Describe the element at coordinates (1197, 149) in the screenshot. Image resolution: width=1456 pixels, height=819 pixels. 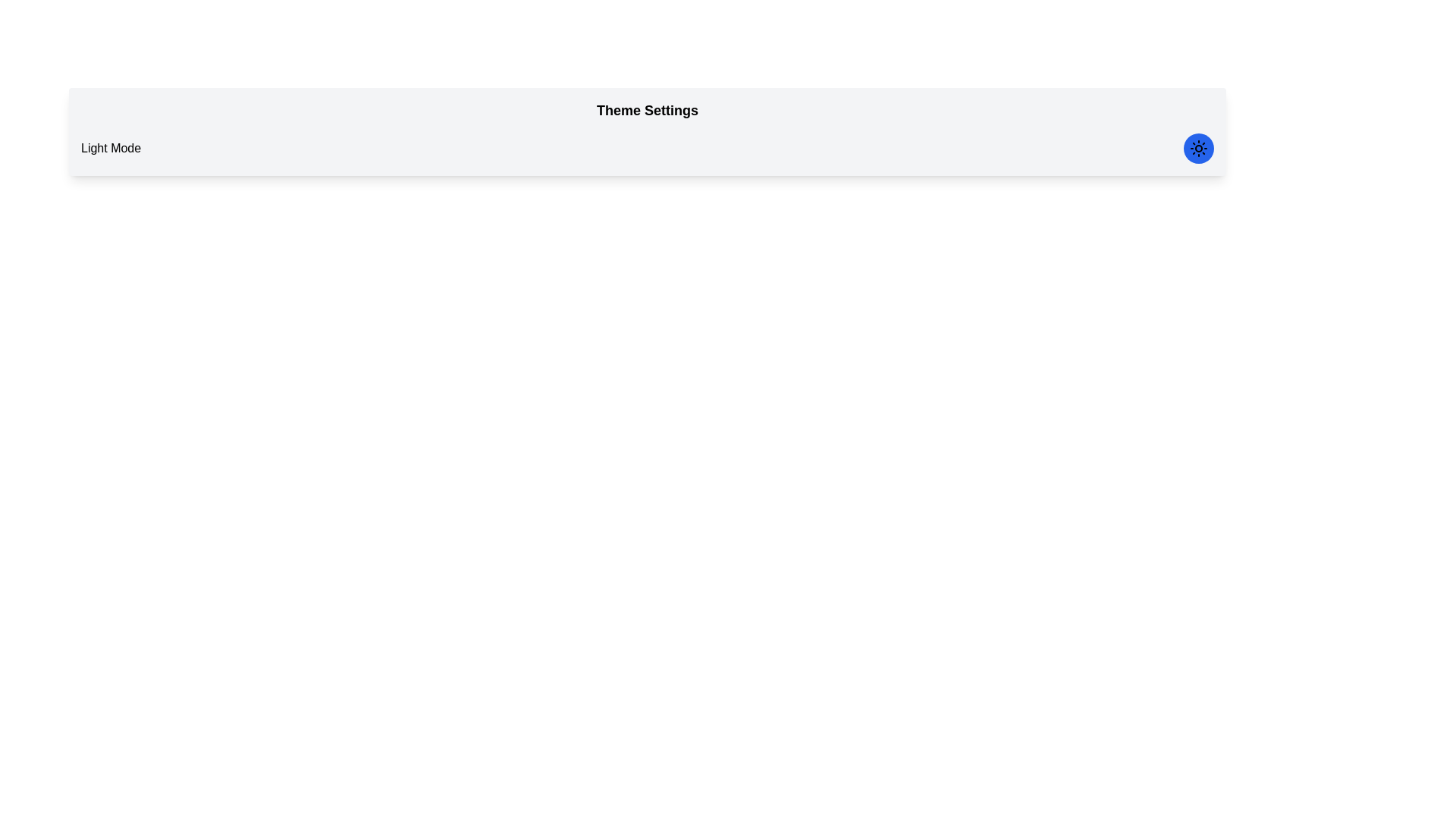
I see `the sun icon in the blue circular button located in the top-right region of the 'Theme Settings' bar` at that location.